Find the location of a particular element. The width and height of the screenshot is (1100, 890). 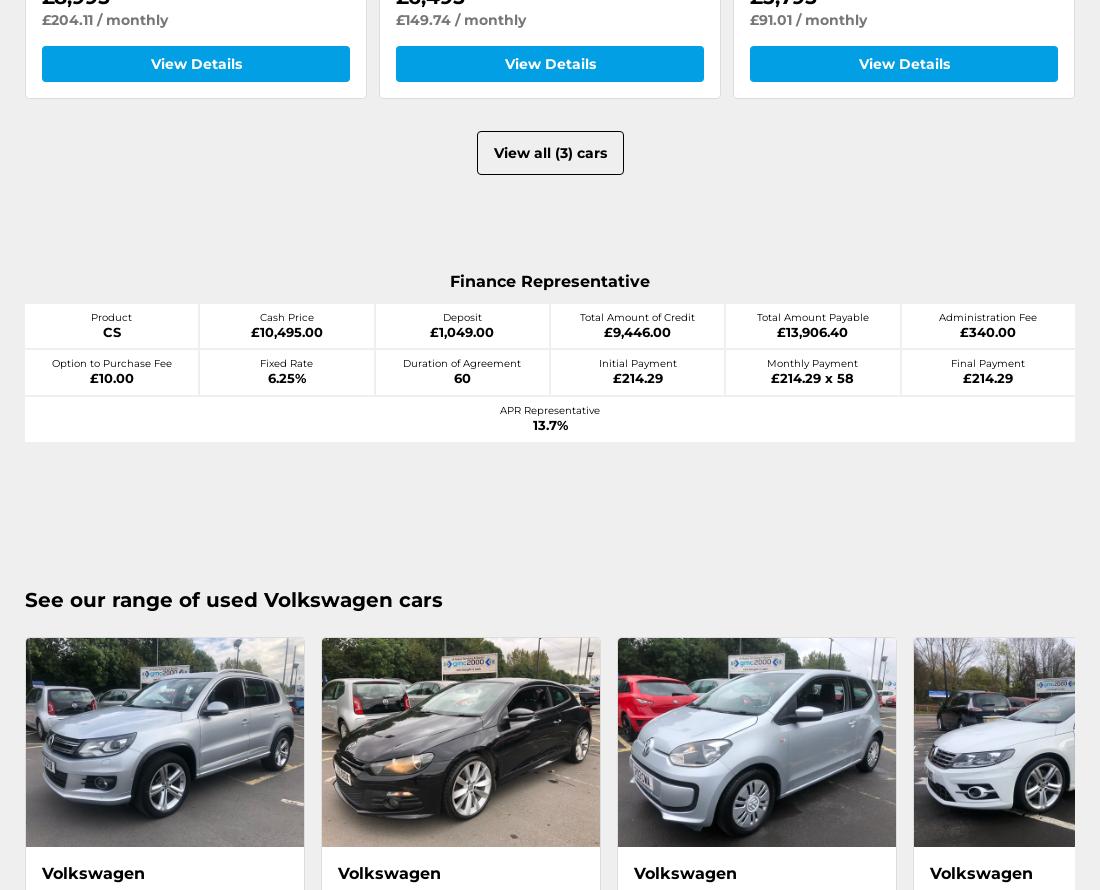

'£13,906.40' is located at coordinates (812, 330).